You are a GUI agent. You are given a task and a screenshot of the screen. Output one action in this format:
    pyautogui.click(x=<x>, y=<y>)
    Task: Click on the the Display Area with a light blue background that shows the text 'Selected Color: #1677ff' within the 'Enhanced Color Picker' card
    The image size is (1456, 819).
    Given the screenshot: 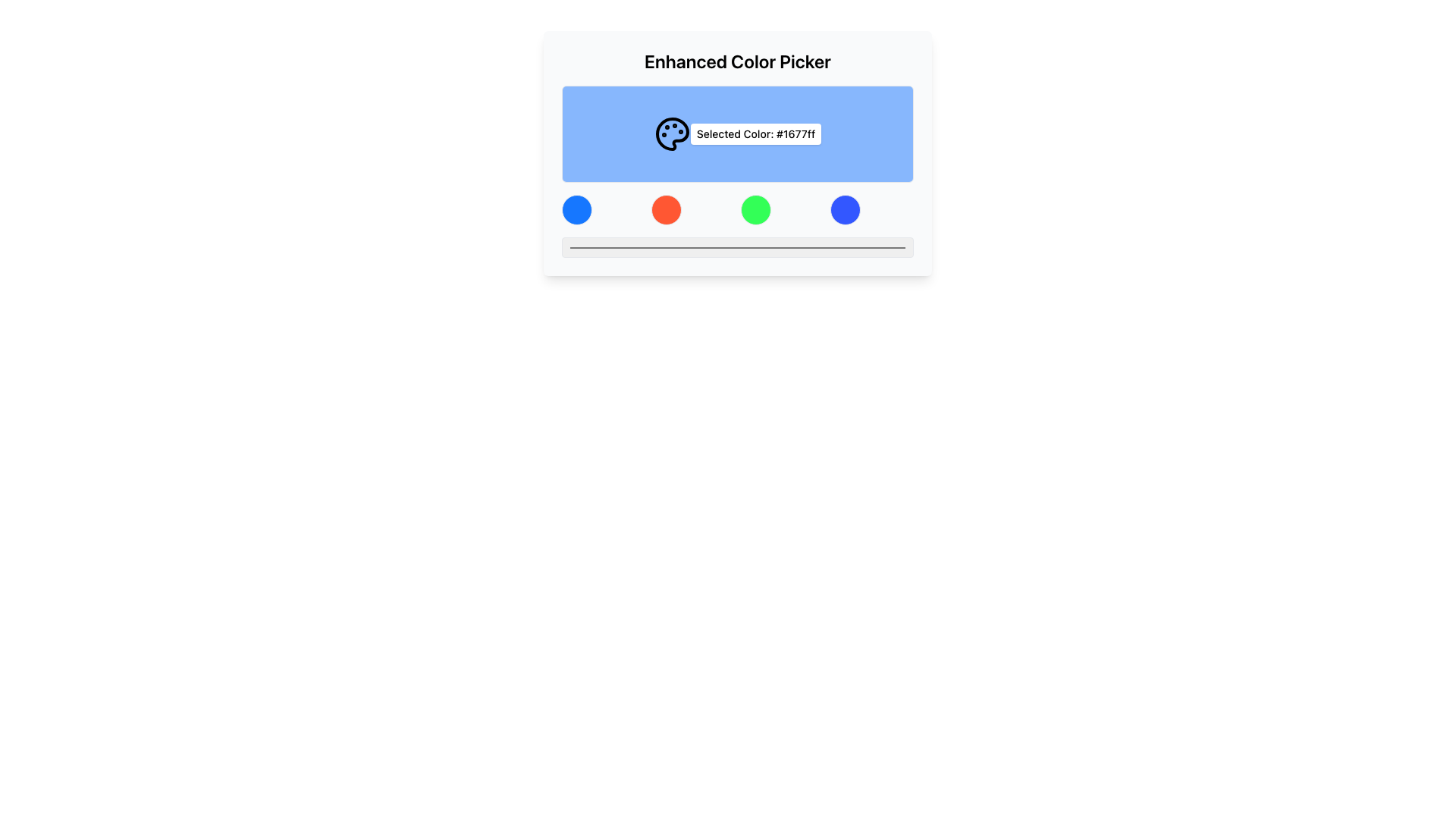 What is the action you would take?
    pyautogui.click(x=738, y=152)
    